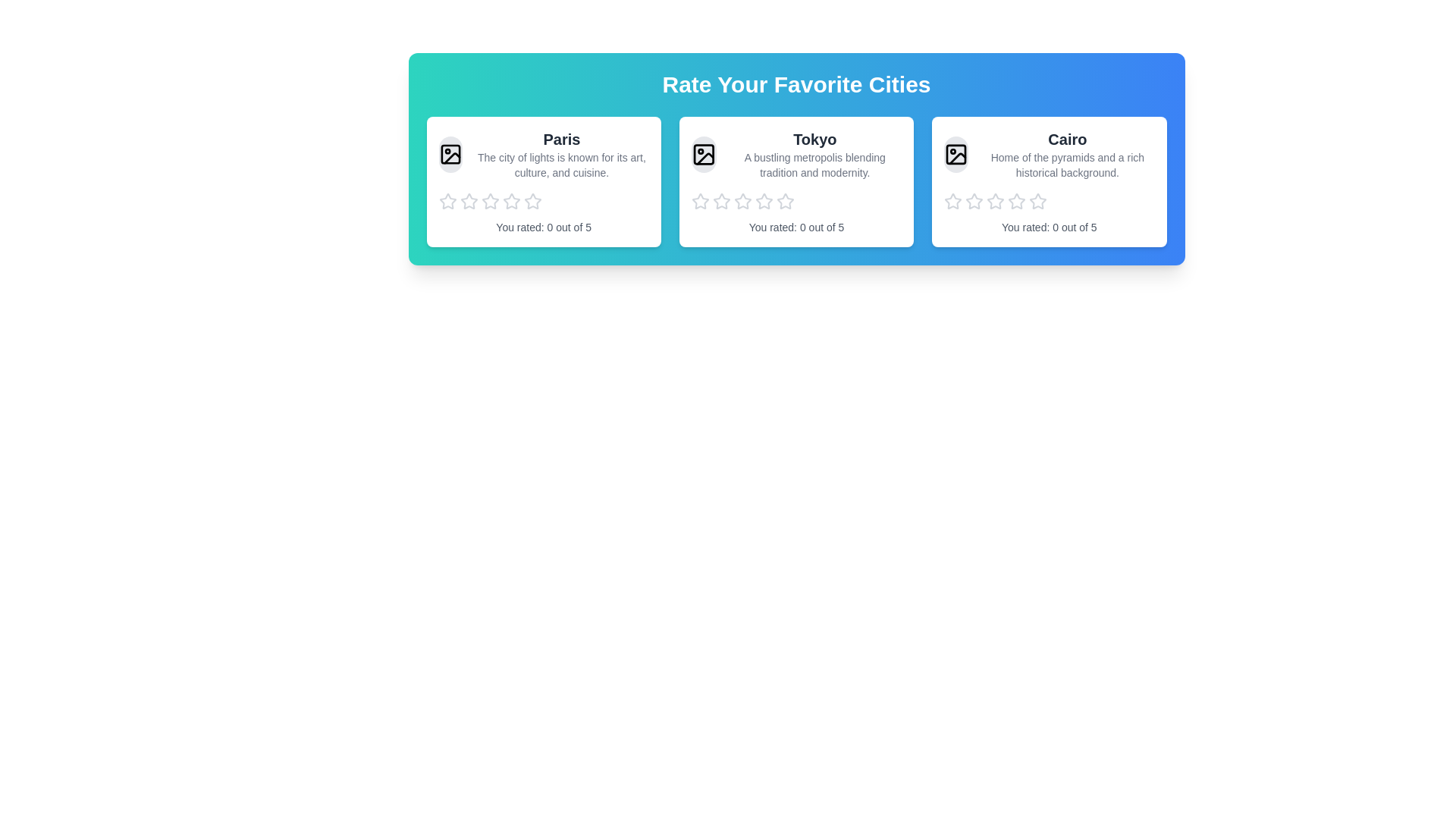 The image size is (1456, 819). I want to click on the image placeholder element within the 'Tokyo' card, which is positioned to the left of the text content and aligns with the title 'Tokyo', so click(703, 155).